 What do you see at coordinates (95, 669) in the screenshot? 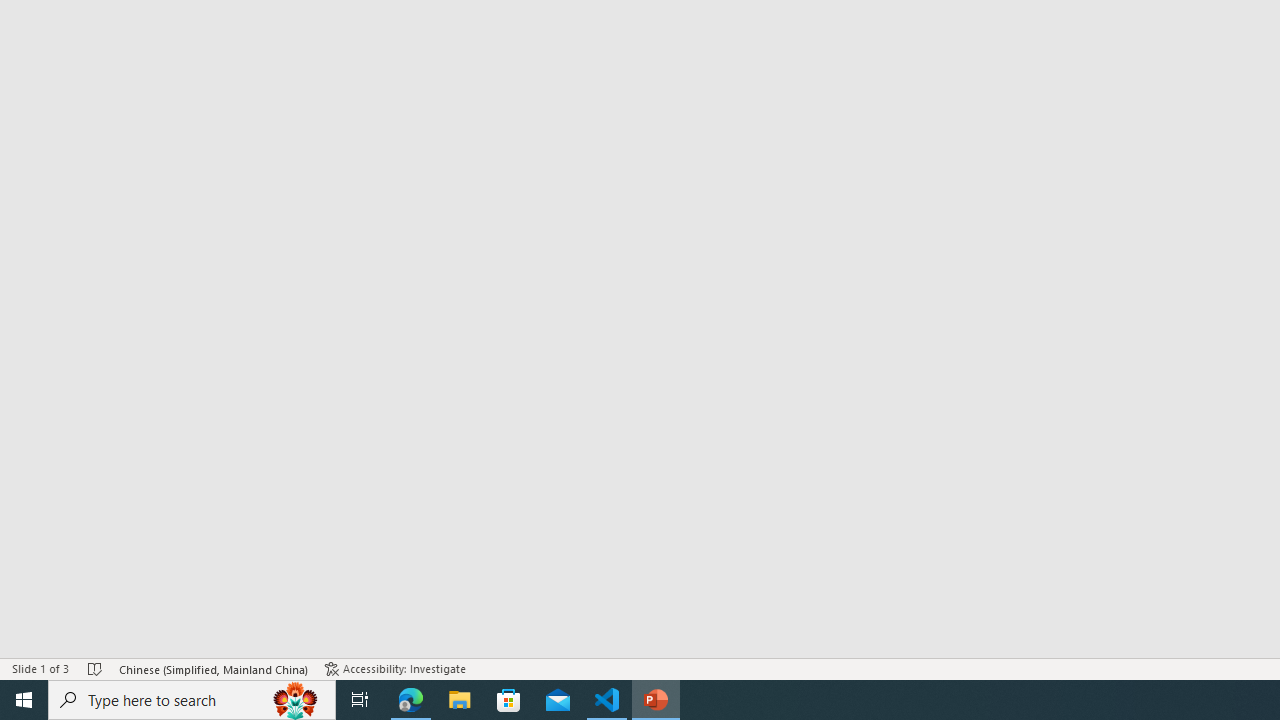
I see `'Spell Check No Errors'` at bounding box center [95, 669].